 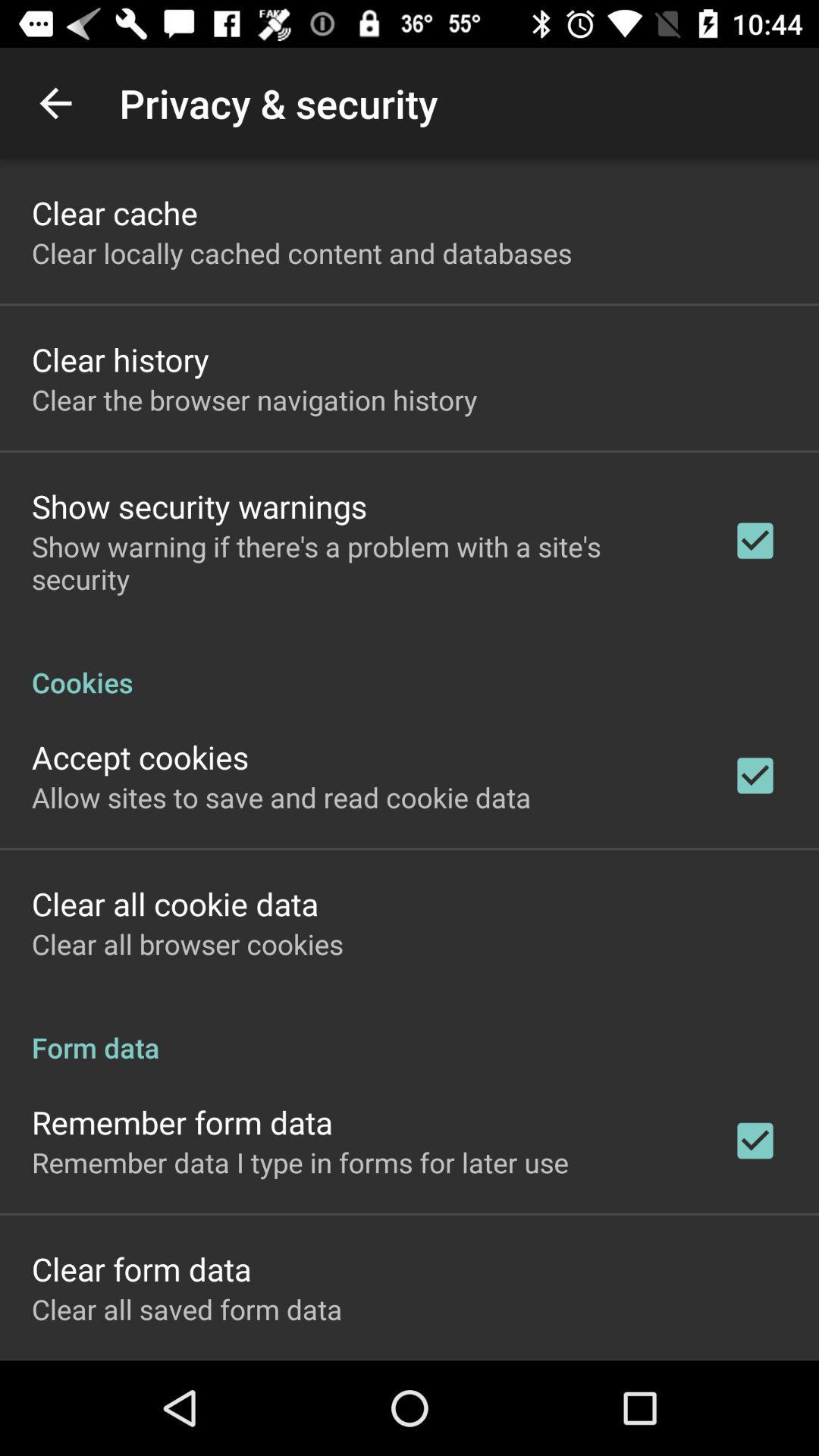 I want to click on the accept cookies item, so click(x=140, y=757).